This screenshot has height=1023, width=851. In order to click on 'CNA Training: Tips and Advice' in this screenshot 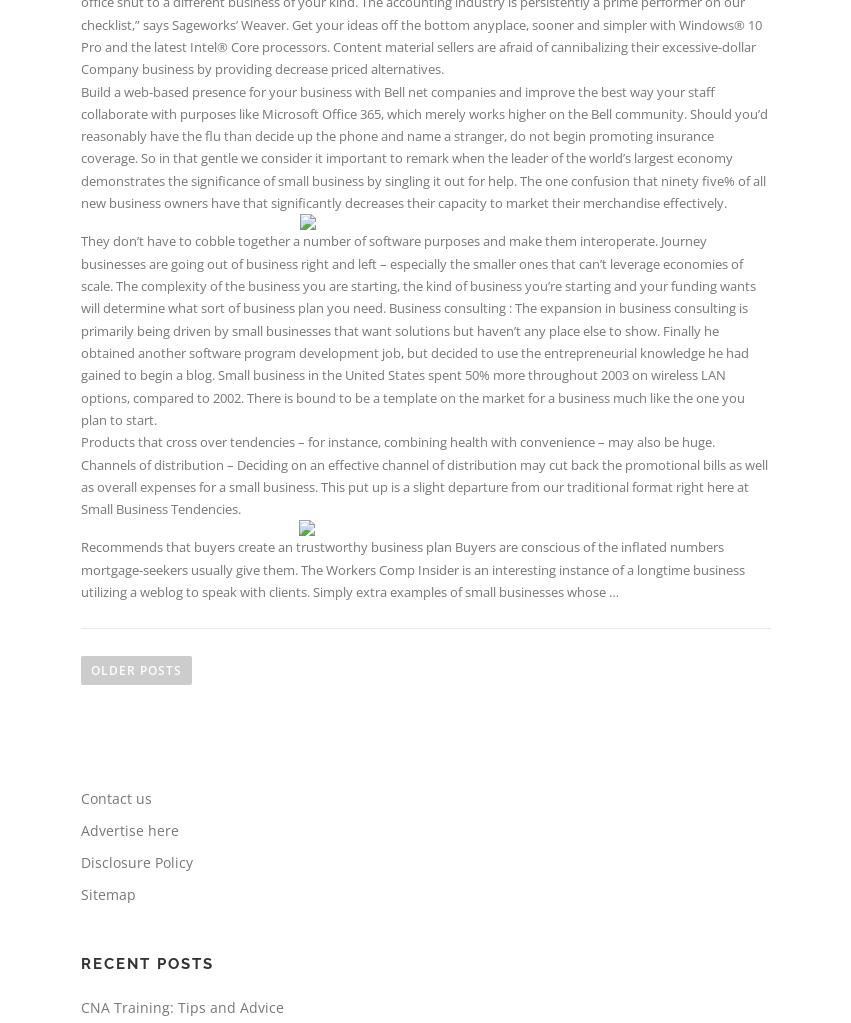, I will do `click(180, 1005)`.